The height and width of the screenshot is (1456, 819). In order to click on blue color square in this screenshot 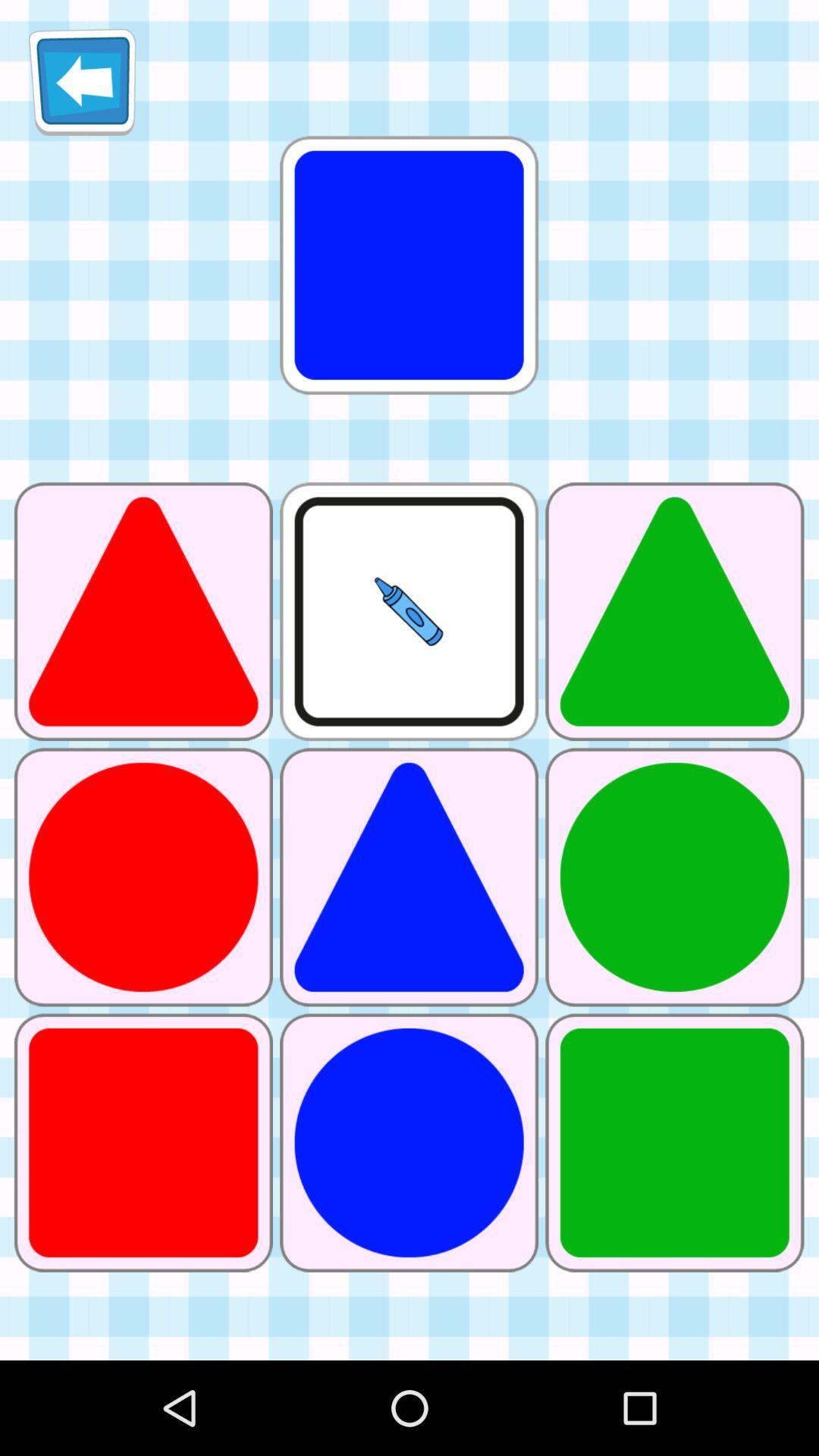, I will do `click(409, 265)`.